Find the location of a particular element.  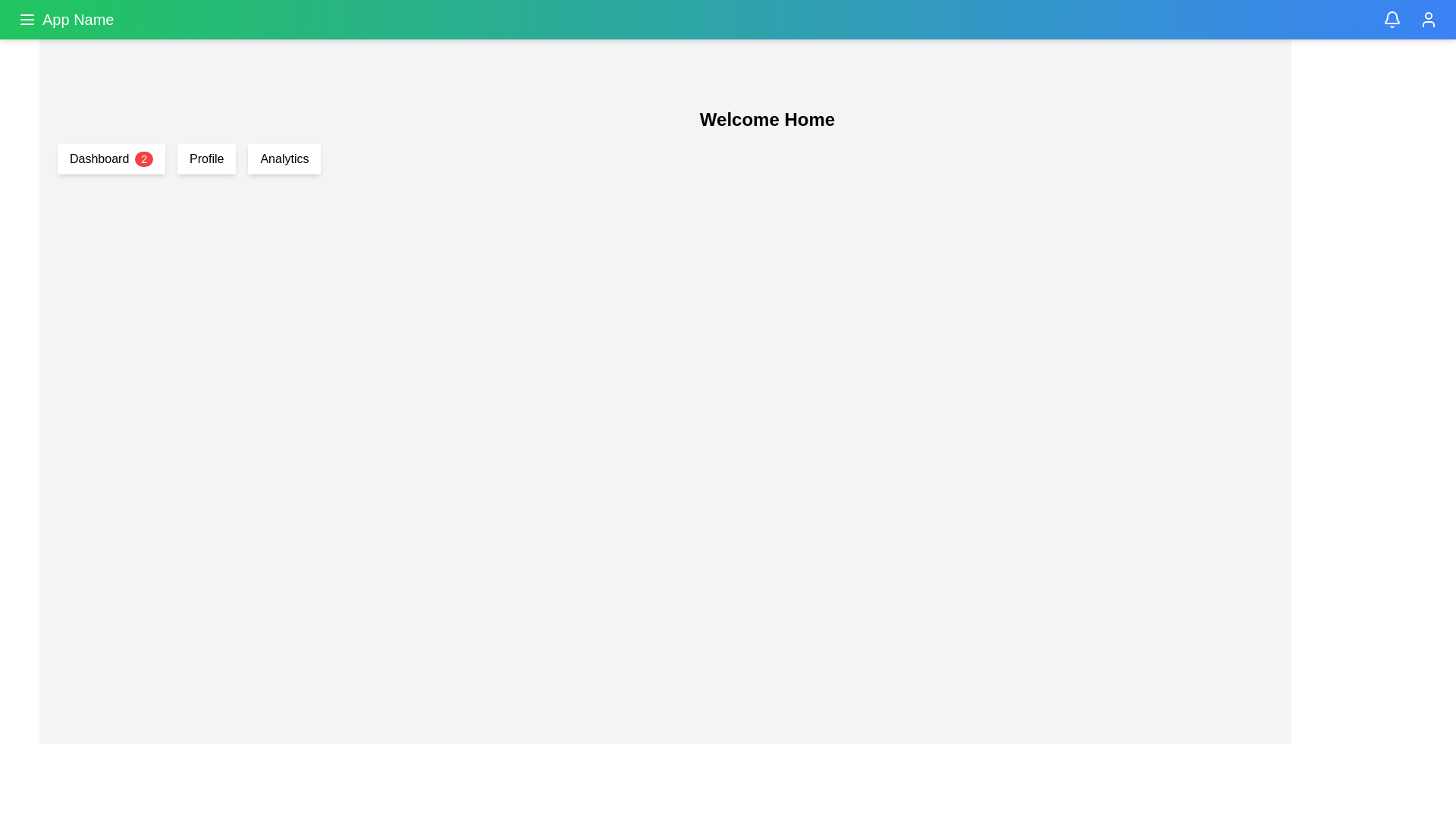

the 'Analytics' button, which is the third button in a horizontal arrangement of buttons located just below a gradient navigation bar is located at coordinates (284, 158).